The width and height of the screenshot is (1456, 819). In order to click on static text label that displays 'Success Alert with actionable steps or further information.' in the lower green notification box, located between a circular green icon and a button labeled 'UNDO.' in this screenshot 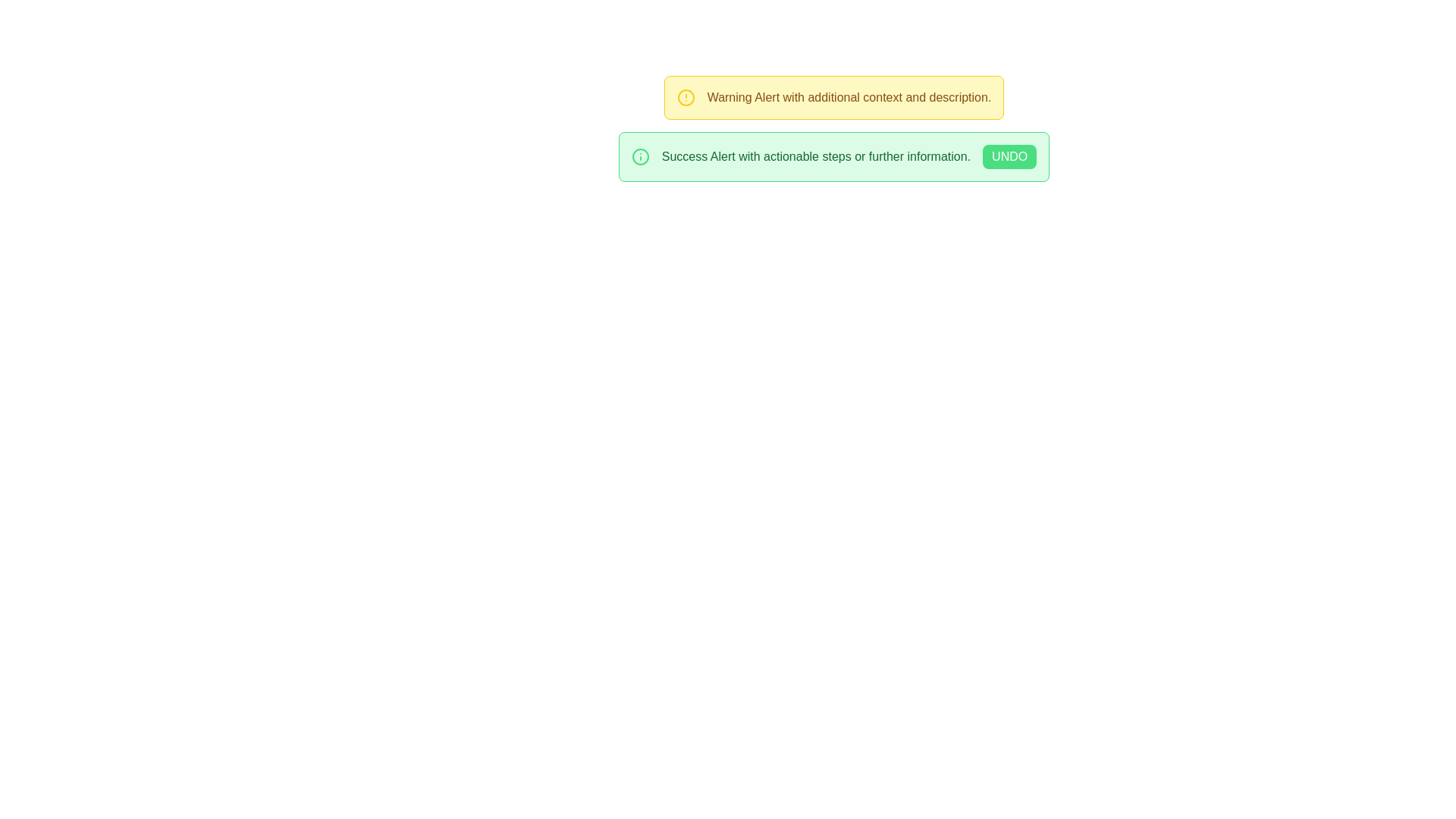, I will do `click(815, 157)`.